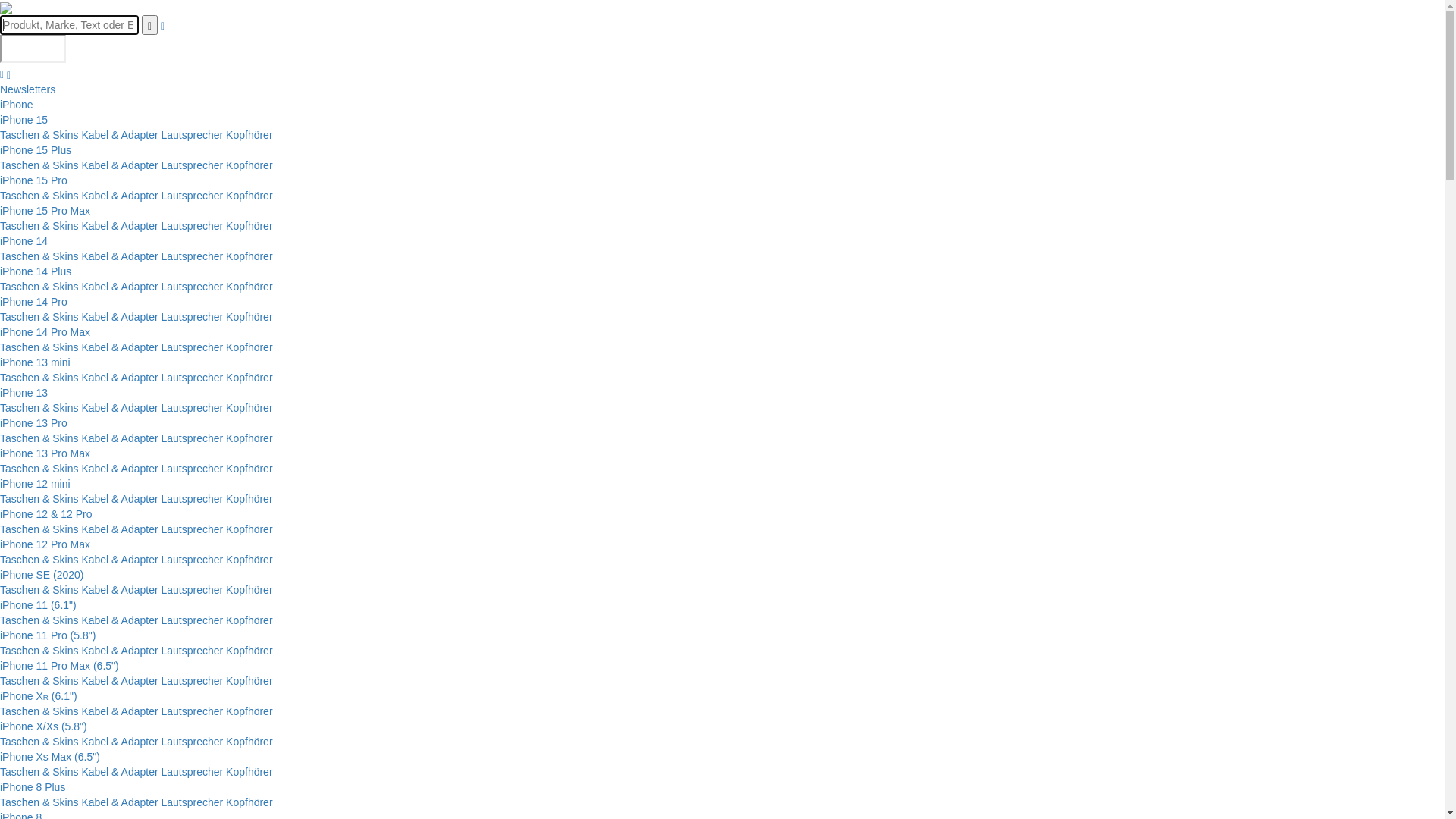  I want to click on 'Taschen & Skins', so click(39, 438).